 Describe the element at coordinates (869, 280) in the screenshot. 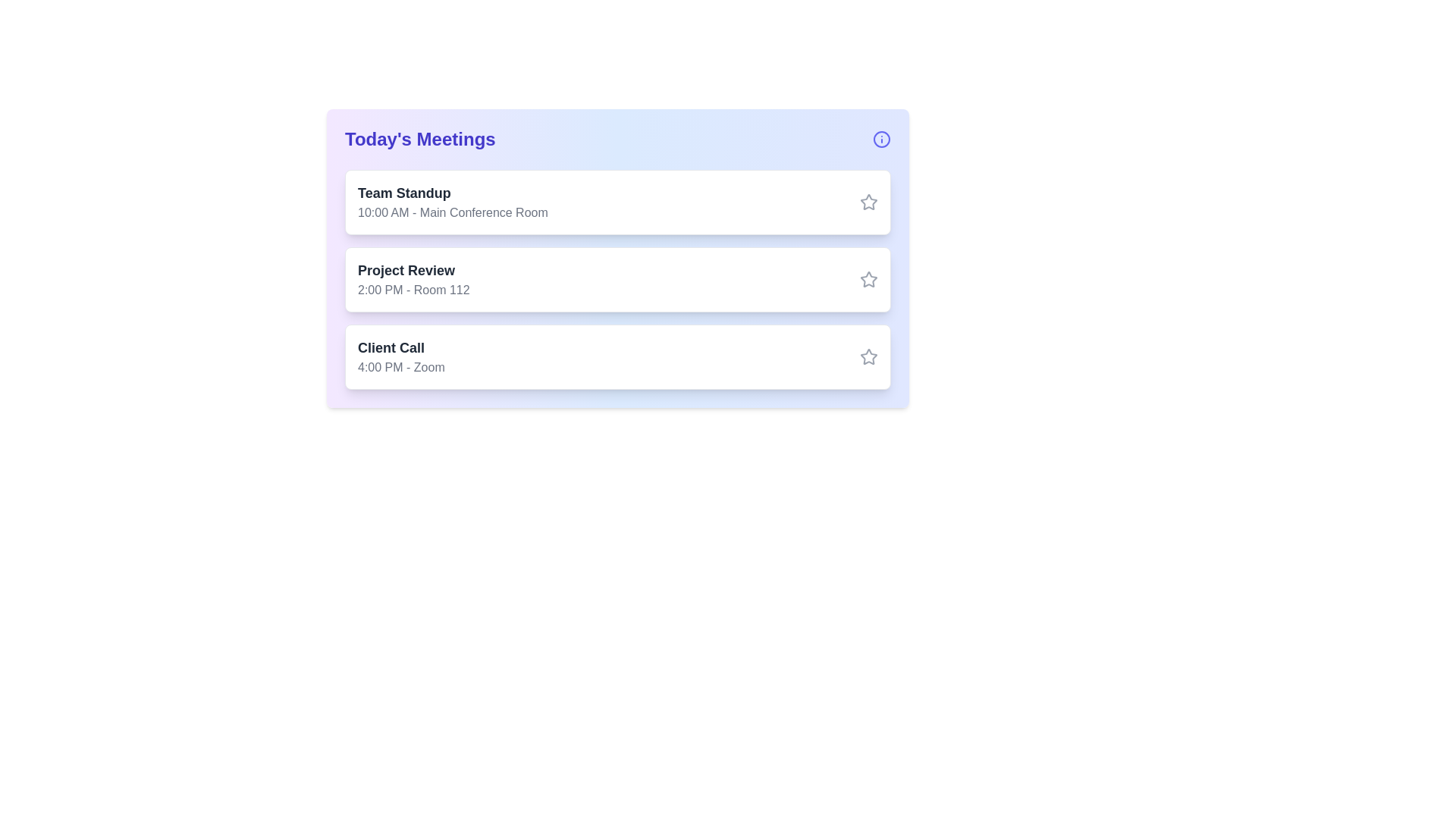

I see `the hollow star icon button with a gray outline located at the right end of the 'Project Review' card, next to '2:00 PM - Room 112'` at that location.